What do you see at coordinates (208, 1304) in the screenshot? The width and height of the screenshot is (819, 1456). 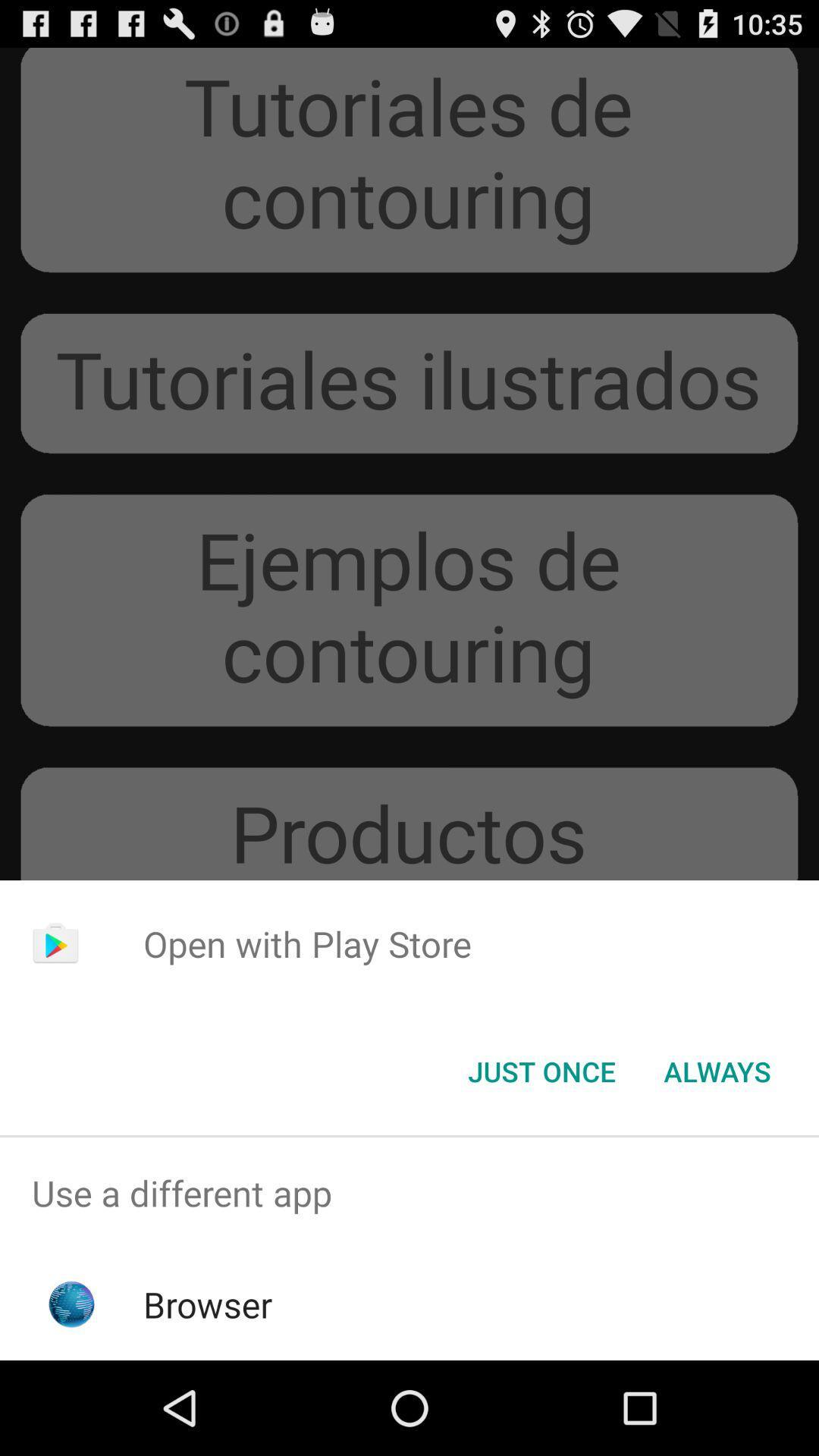 I see `the item below the use a different app` at bounding box center [208, 1304].